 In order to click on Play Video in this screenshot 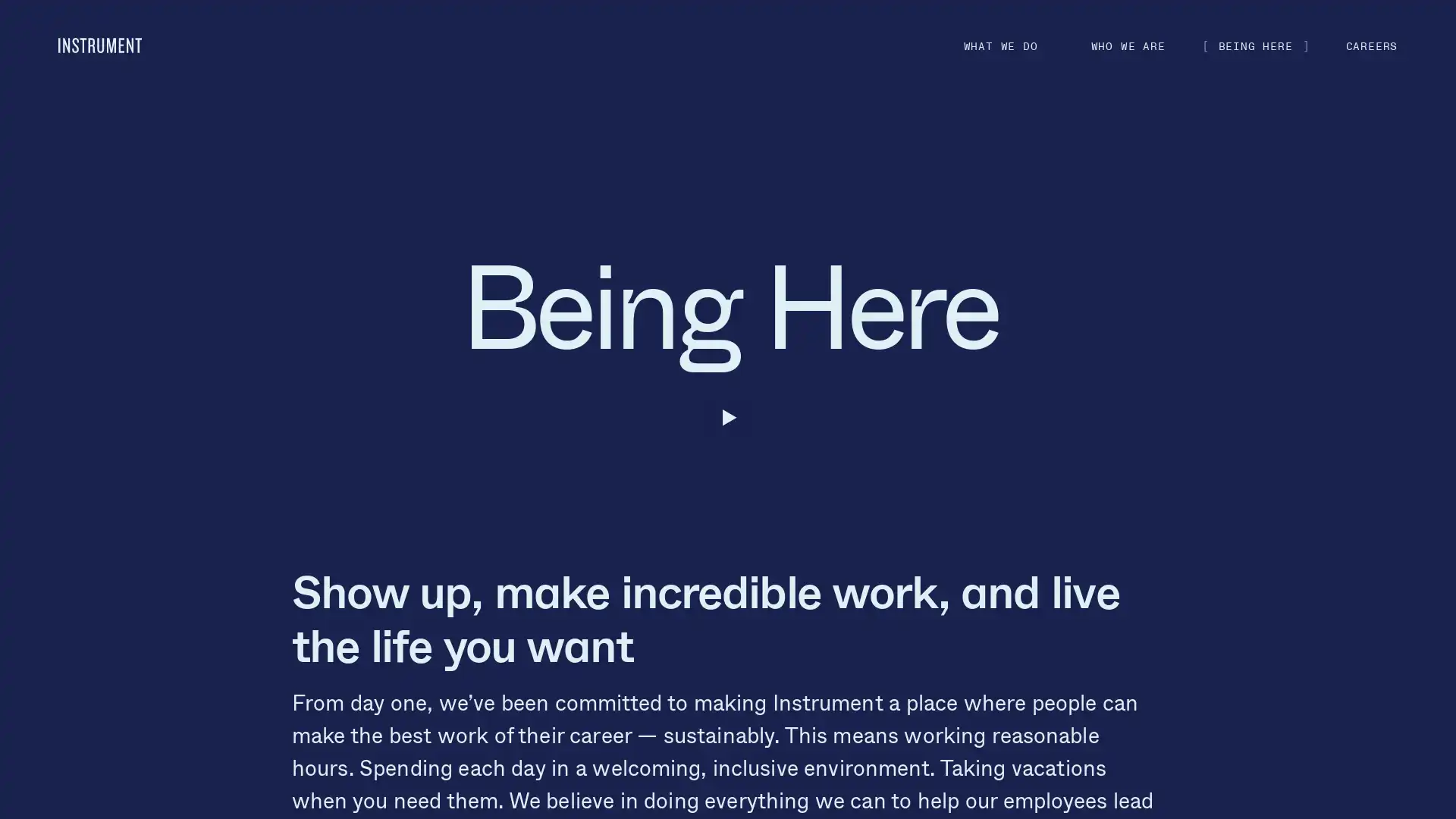, I will do `click(726, 792)`.